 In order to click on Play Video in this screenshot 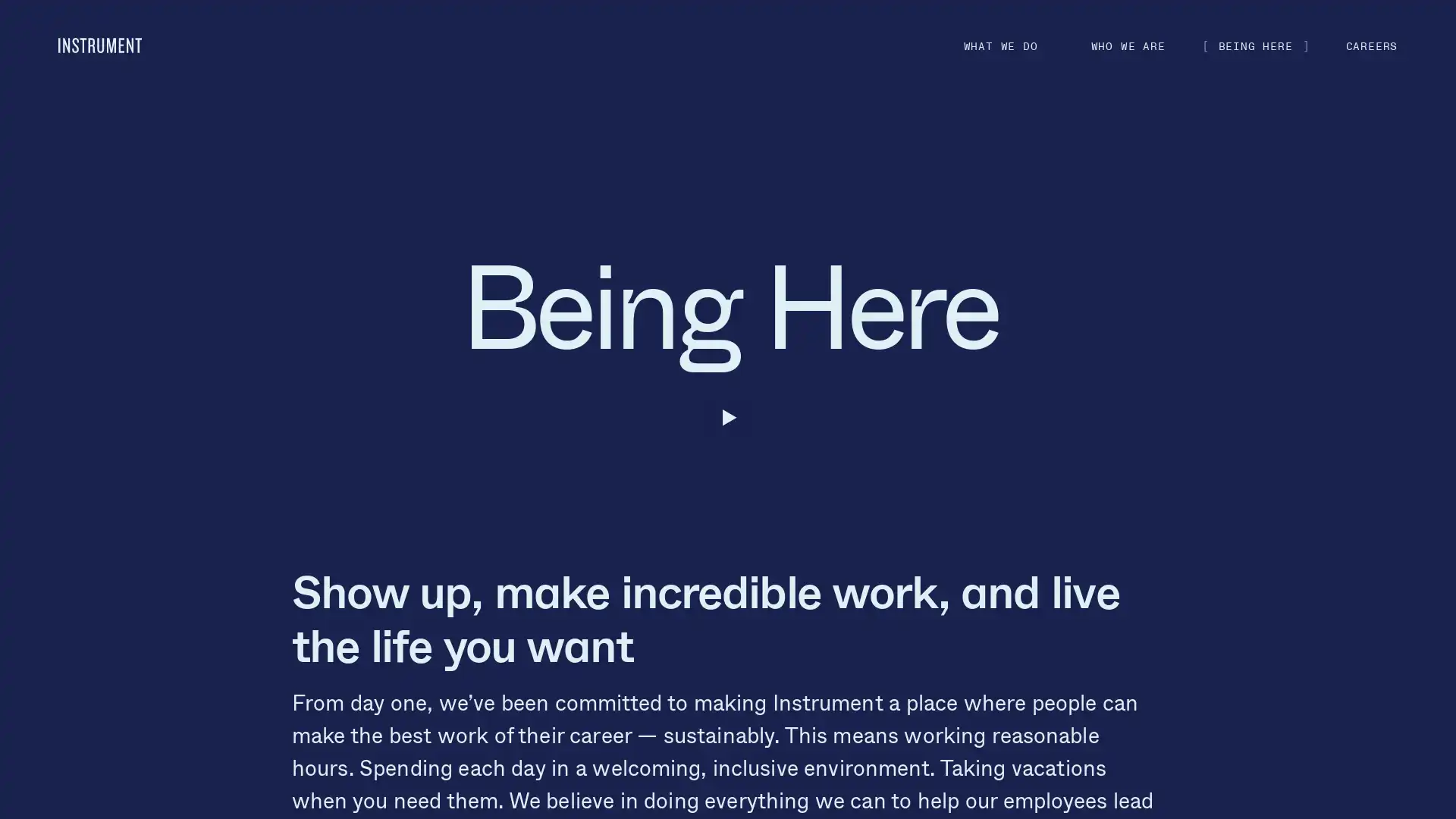, I will do `click(726, 792)`.